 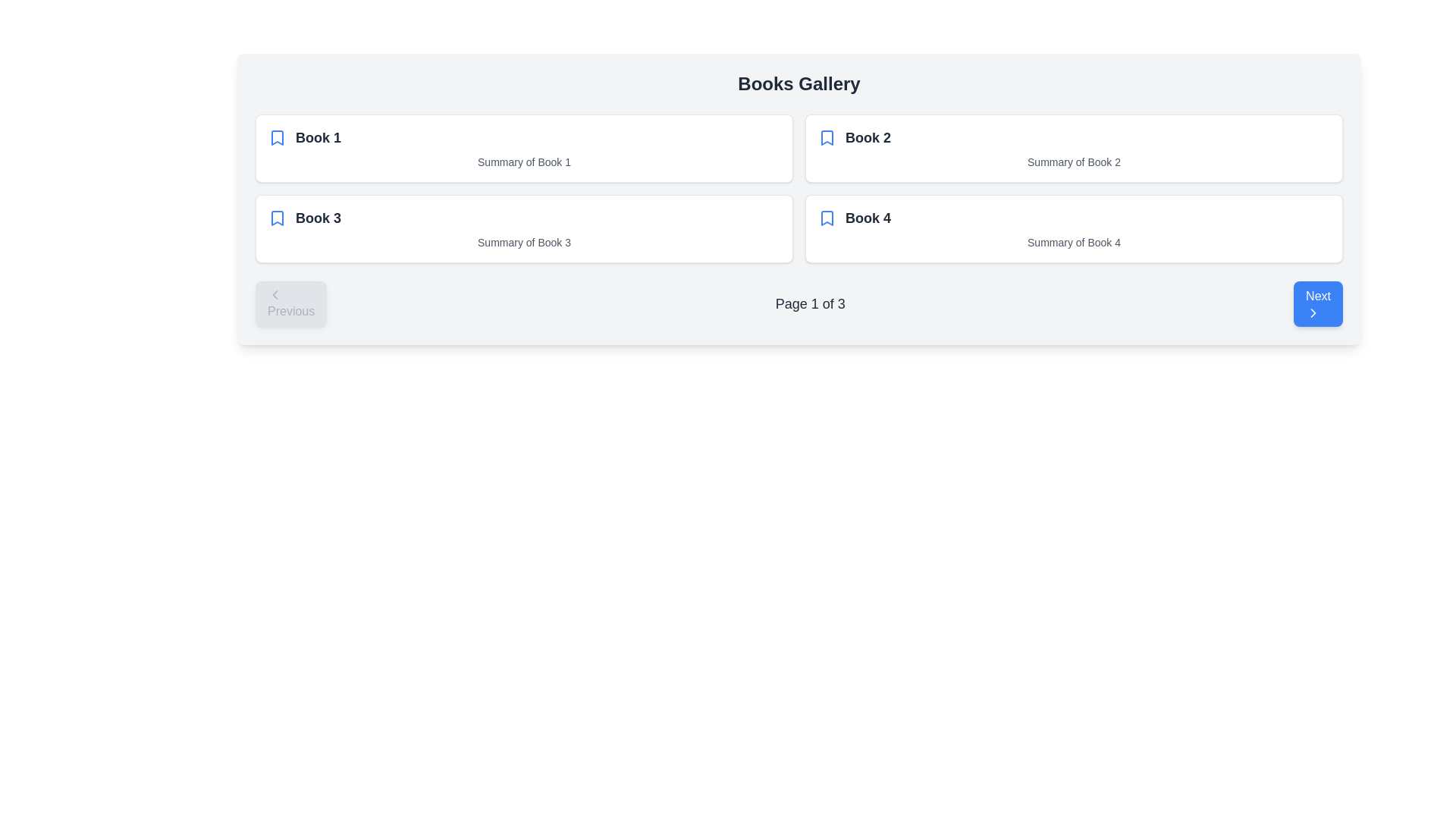 What do you see at coordinates (277, 137) in the screenshot?
I see `the bookmark-shaped icon styled in bold blue color, located to the left of the text 'Book 1' in the first card of the Books Gallery layout` at bounding box center [277, 137].